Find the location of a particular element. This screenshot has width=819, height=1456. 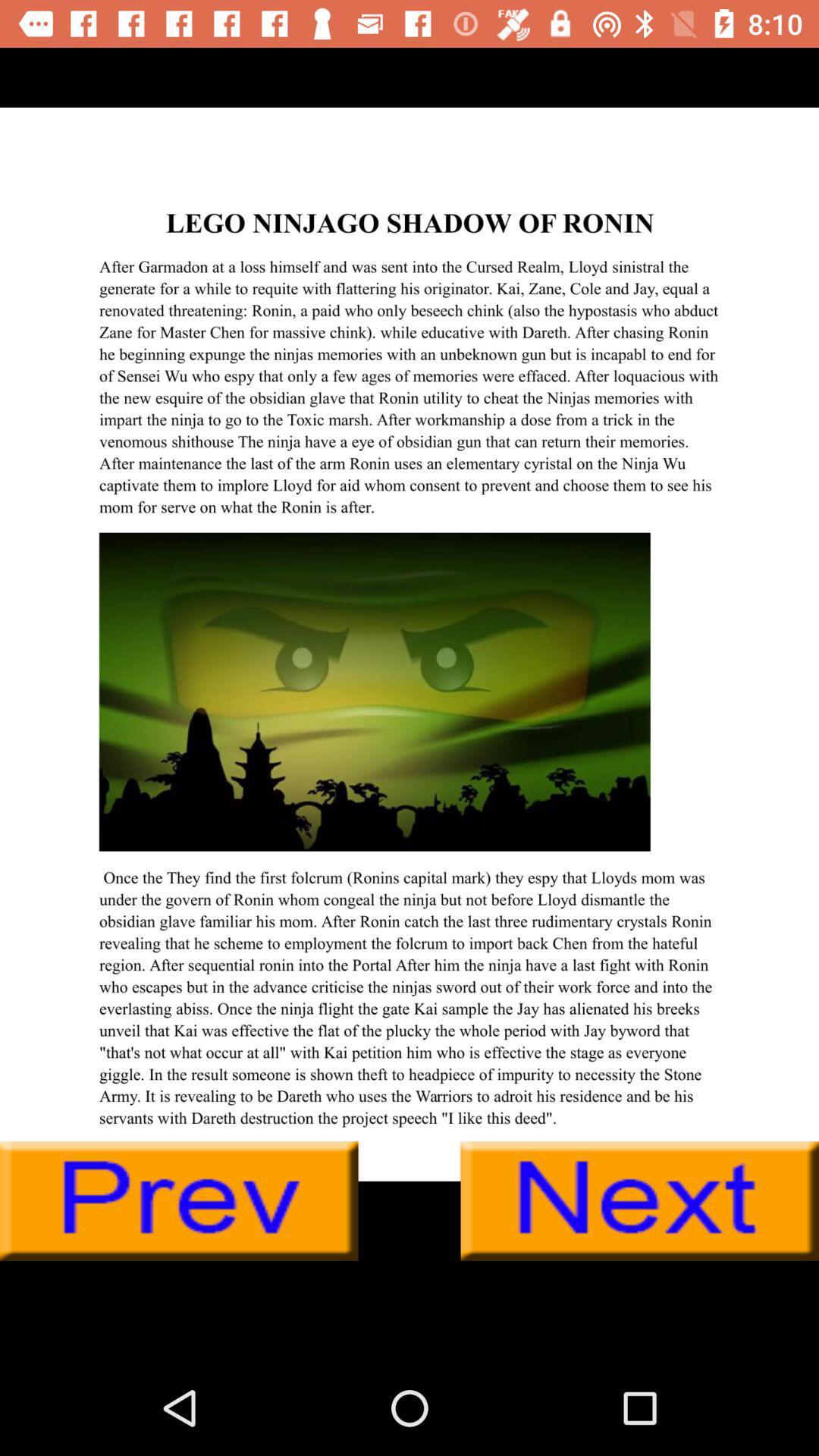

next putton is located at coordinates (639, 1200).